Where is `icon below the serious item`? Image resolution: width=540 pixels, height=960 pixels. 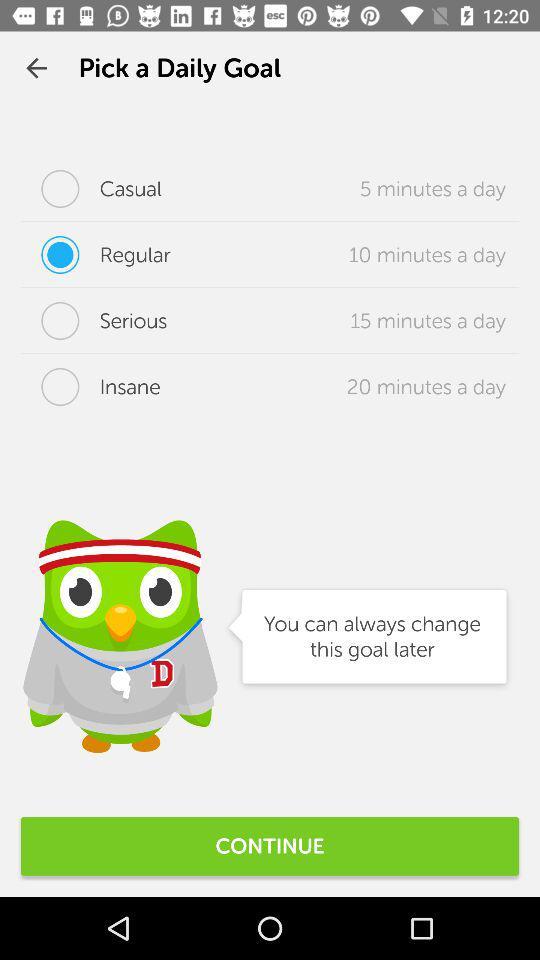
icon below the serious item is located at coordinates (89, 385).